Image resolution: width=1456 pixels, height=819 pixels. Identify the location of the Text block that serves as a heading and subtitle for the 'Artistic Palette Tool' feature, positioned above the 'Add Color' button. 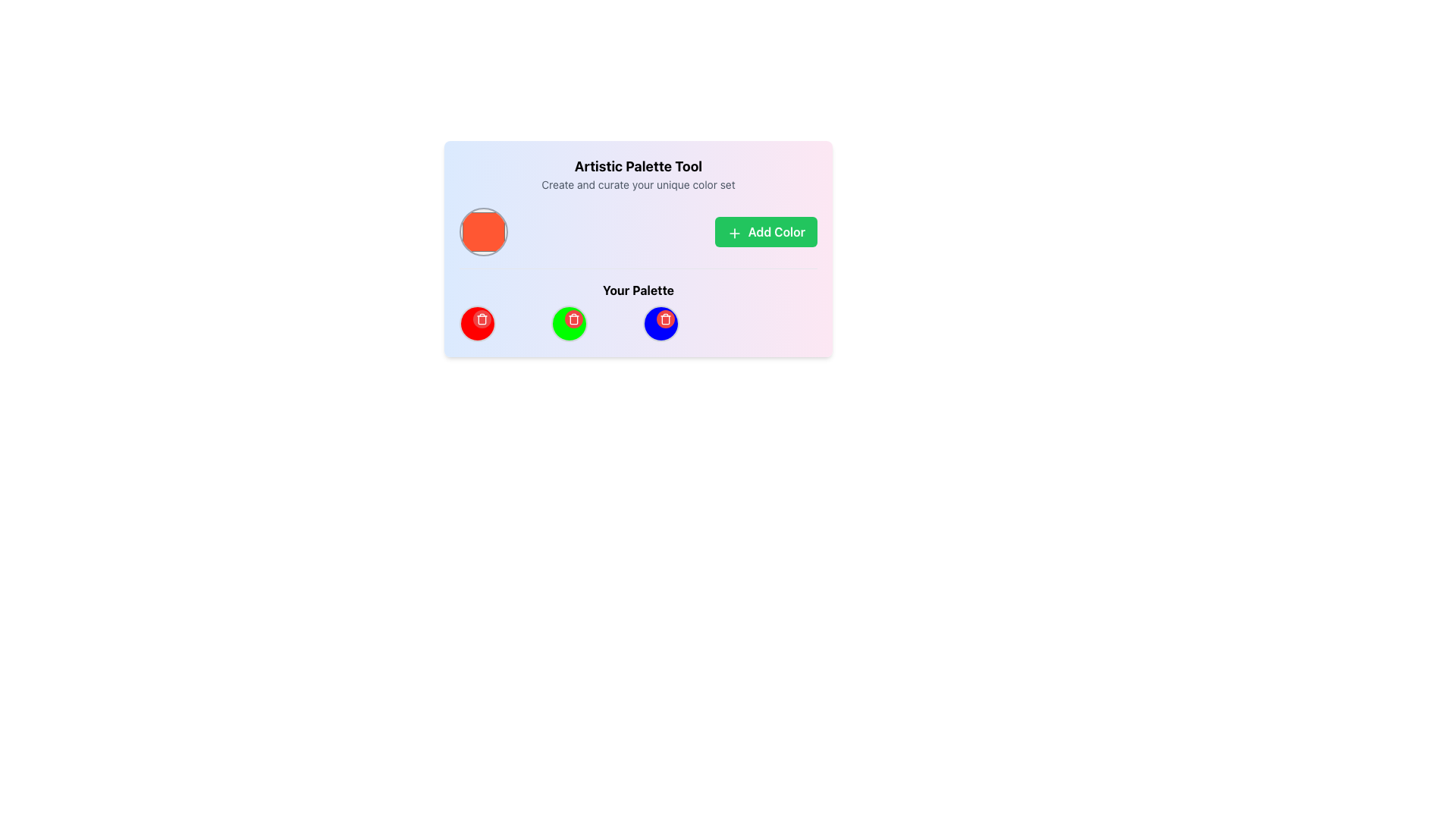
(638, 174).